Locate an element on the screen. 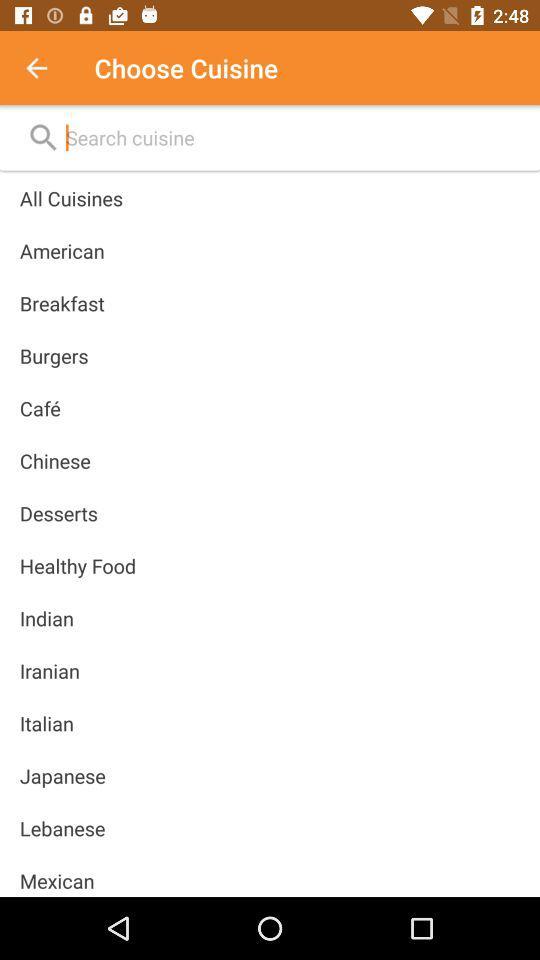 The height and width of the screenshot is (960, 540). the item above lebanese is located at coordinates (62, 775).